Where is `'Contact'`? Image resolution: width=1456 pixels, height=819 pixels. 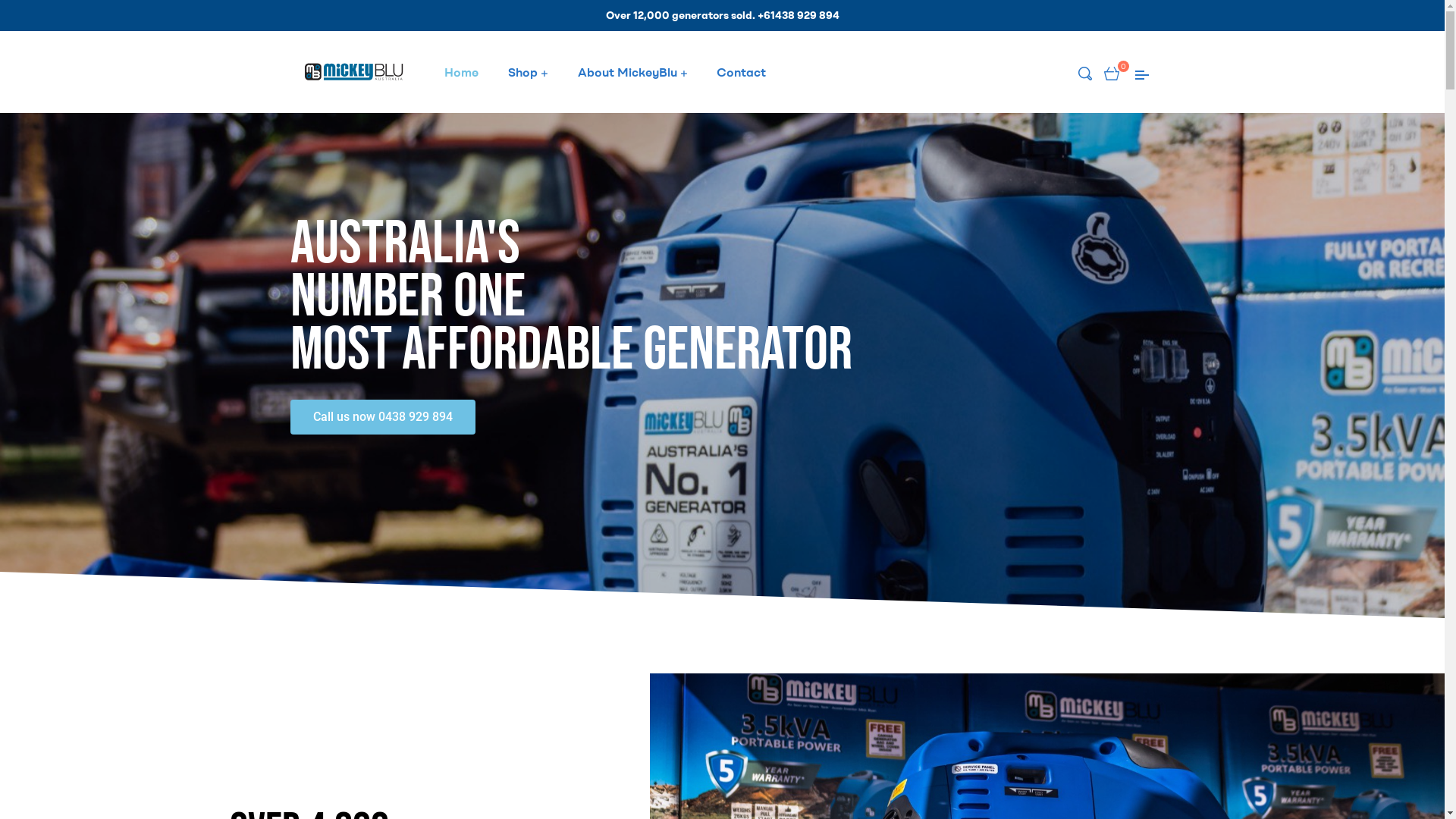 'Contact' is located at coordinates (741, 72).